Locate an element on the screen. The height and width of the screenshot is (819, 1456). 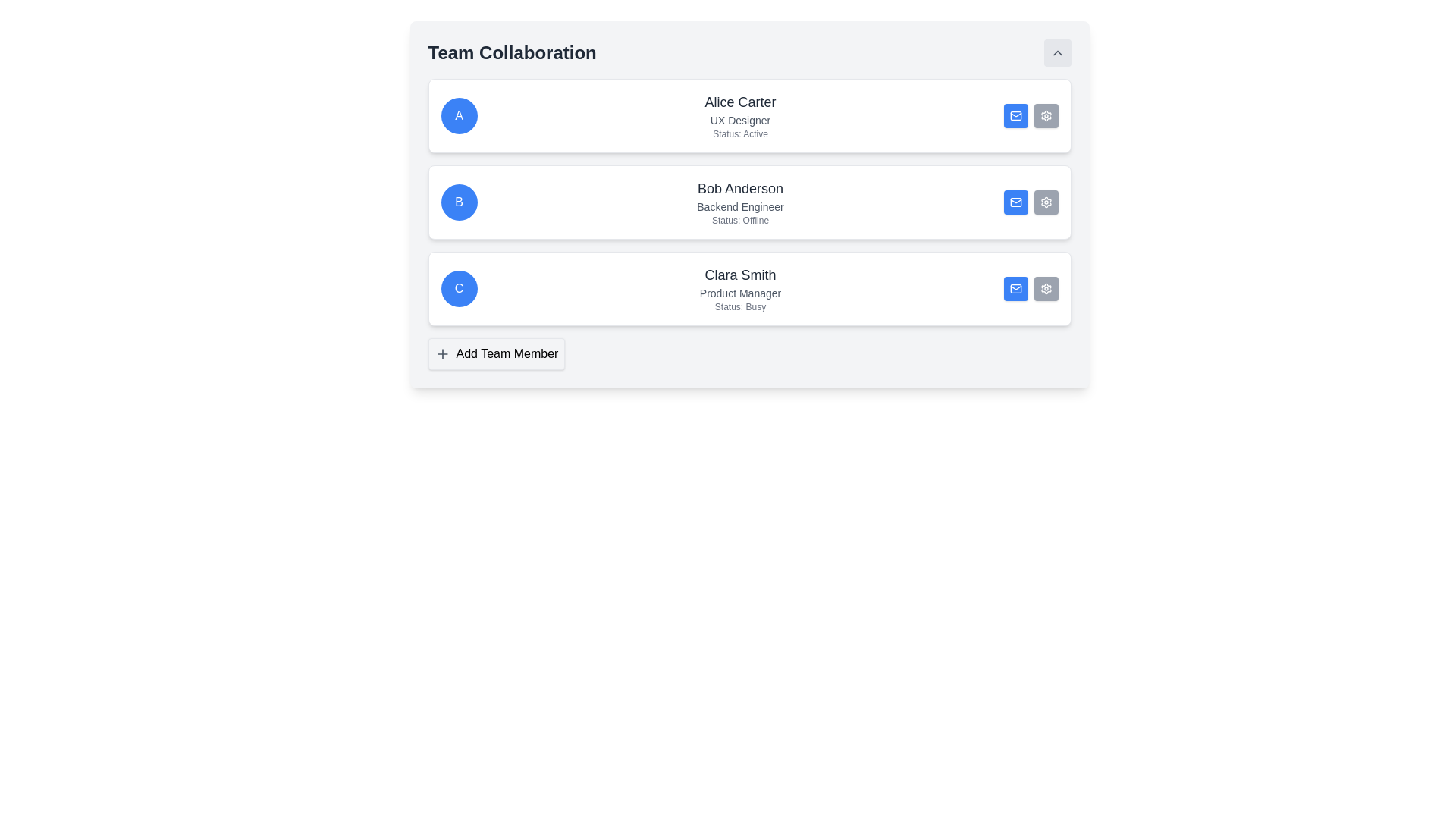
the settings cogwheel icon located in the top-right corner of the card associated with the user 'Alice Carter' is located at coordinates (1045, 115).